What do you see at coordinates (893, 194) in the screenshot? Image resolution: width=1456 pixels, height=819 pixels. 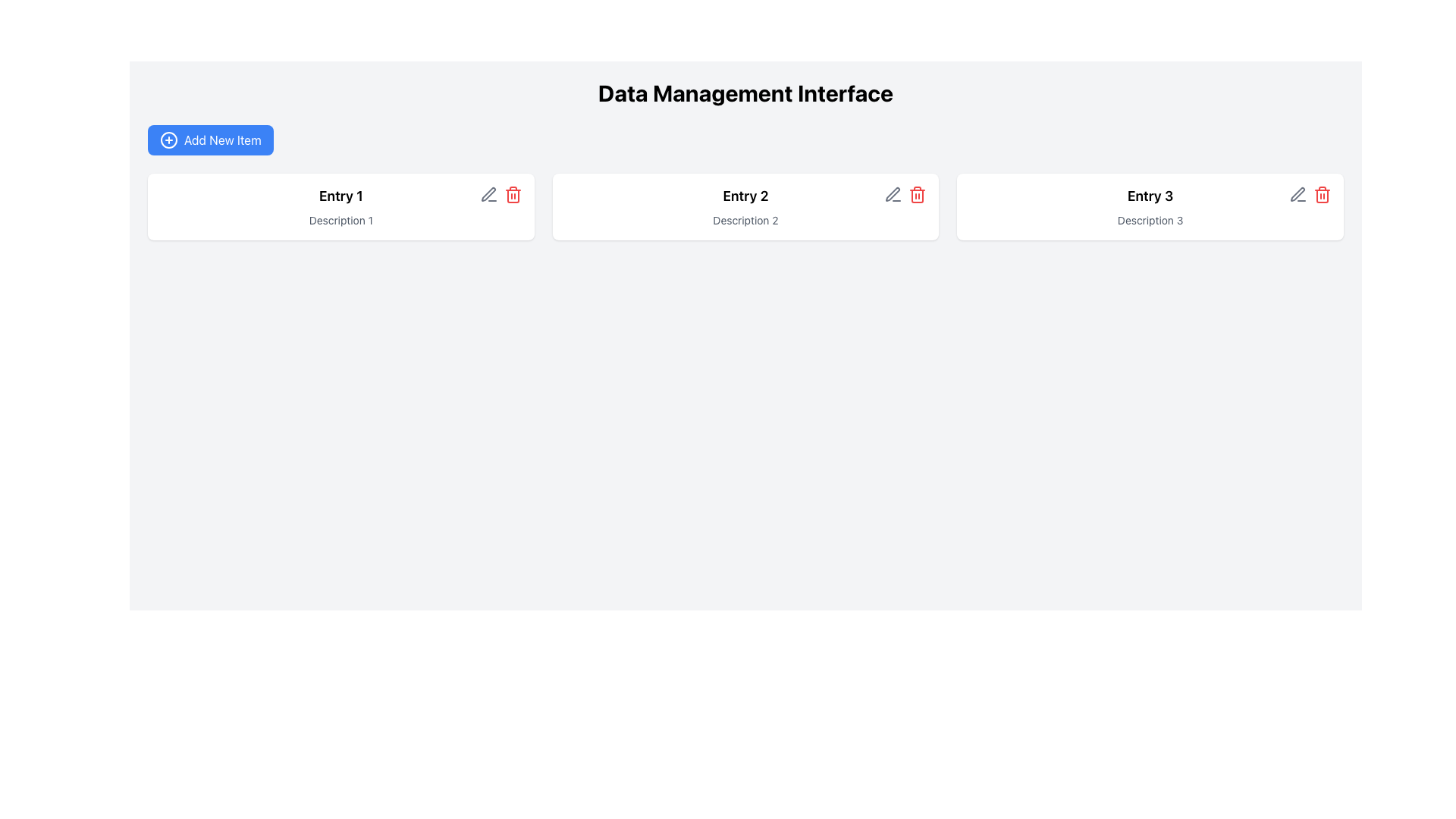 I see `the 'Edit' icon button located in the top-right corner of the card containing 'Entry 2 Description 2' to change its color` at bounding box center [893, 194].